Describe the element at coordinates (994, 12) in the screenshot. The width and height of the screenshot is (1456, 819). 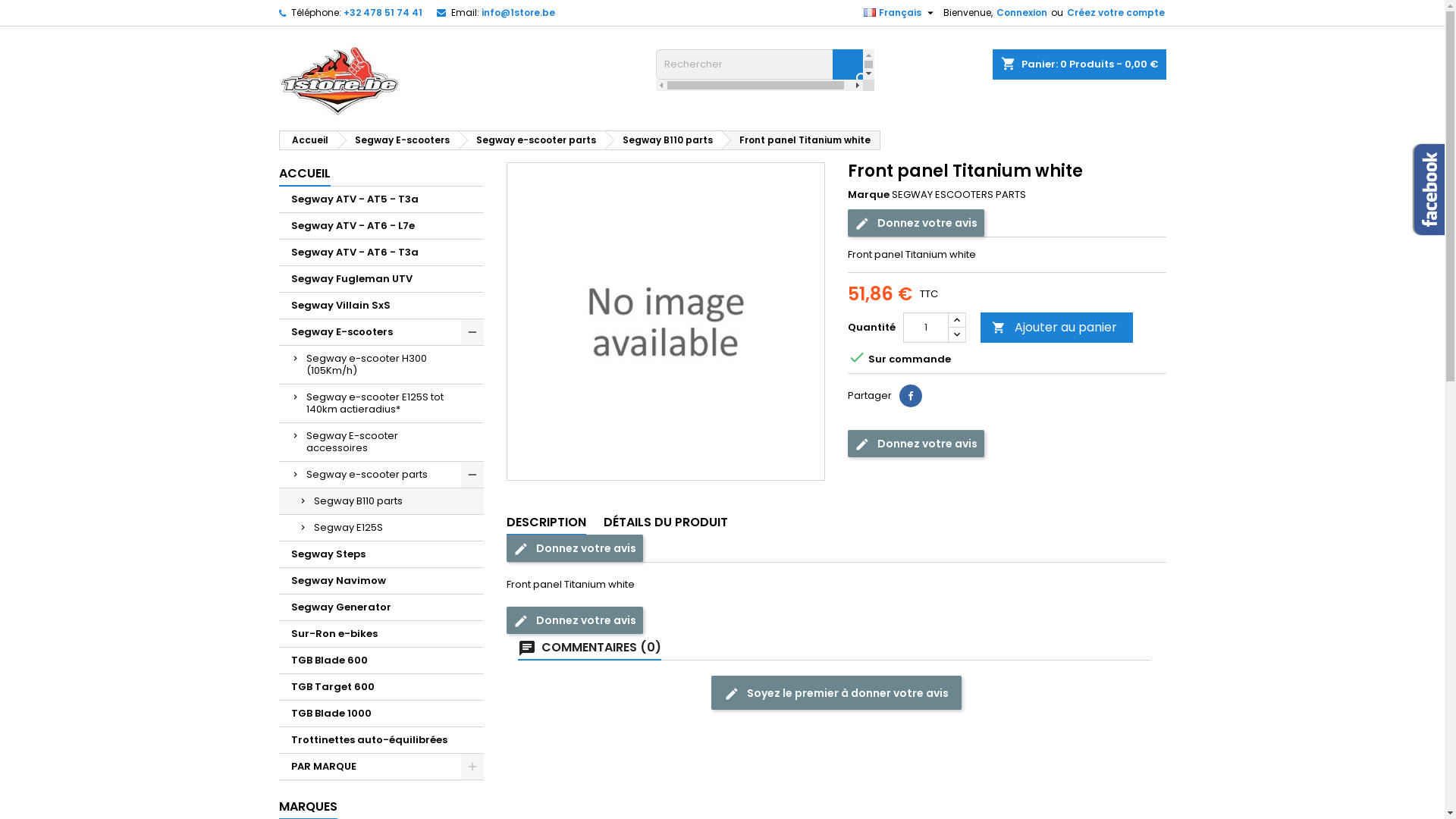
I see `'Connexion'` at that location.